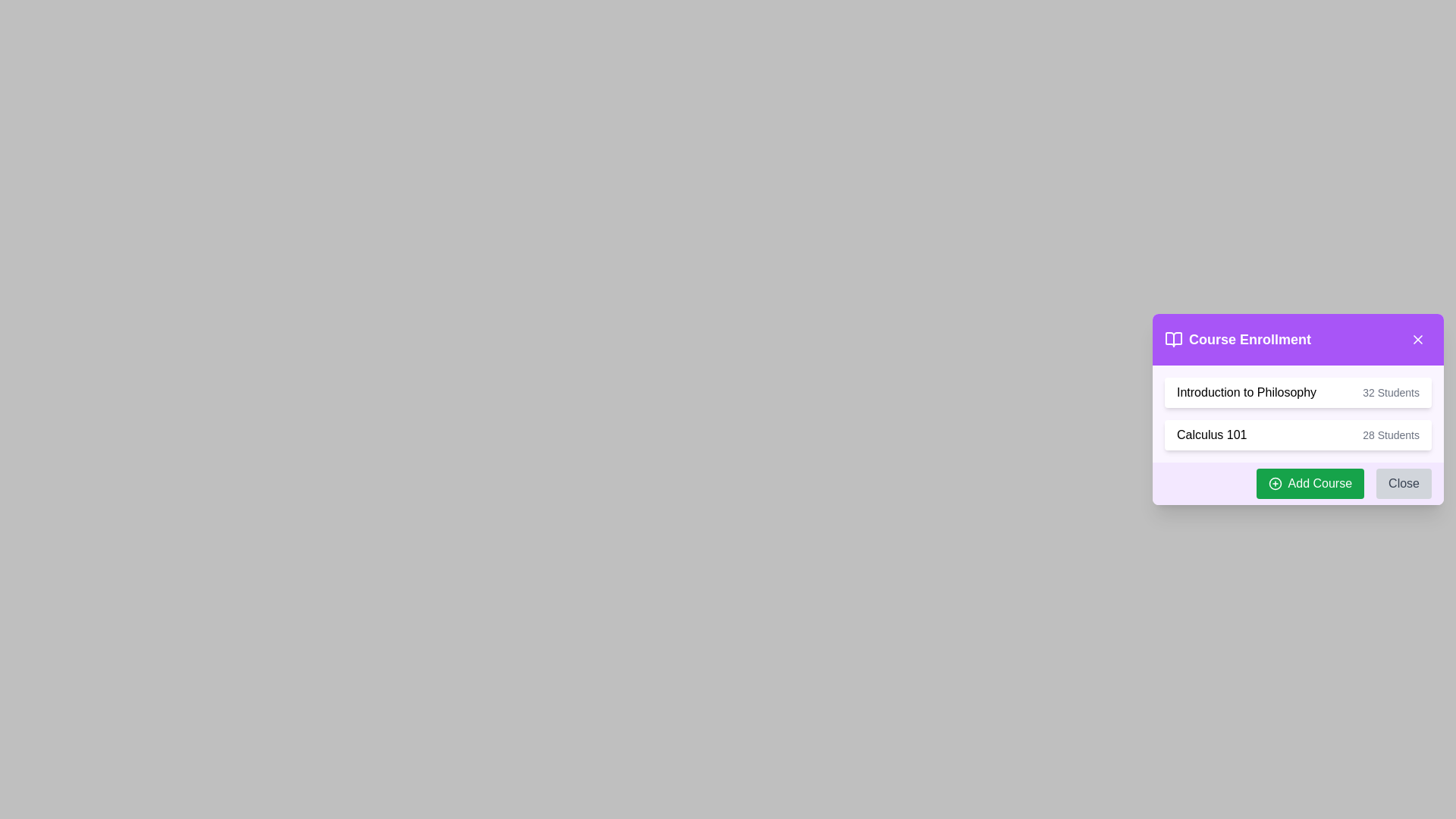 Image resolution: width=1456 pixels, height=819 pixels. What do you see at coordinates (1298, 338) in the screenshot?
I see `title text from the header with a purple background that says 'Course Enrollment'` at bounding box center [1298, 338].